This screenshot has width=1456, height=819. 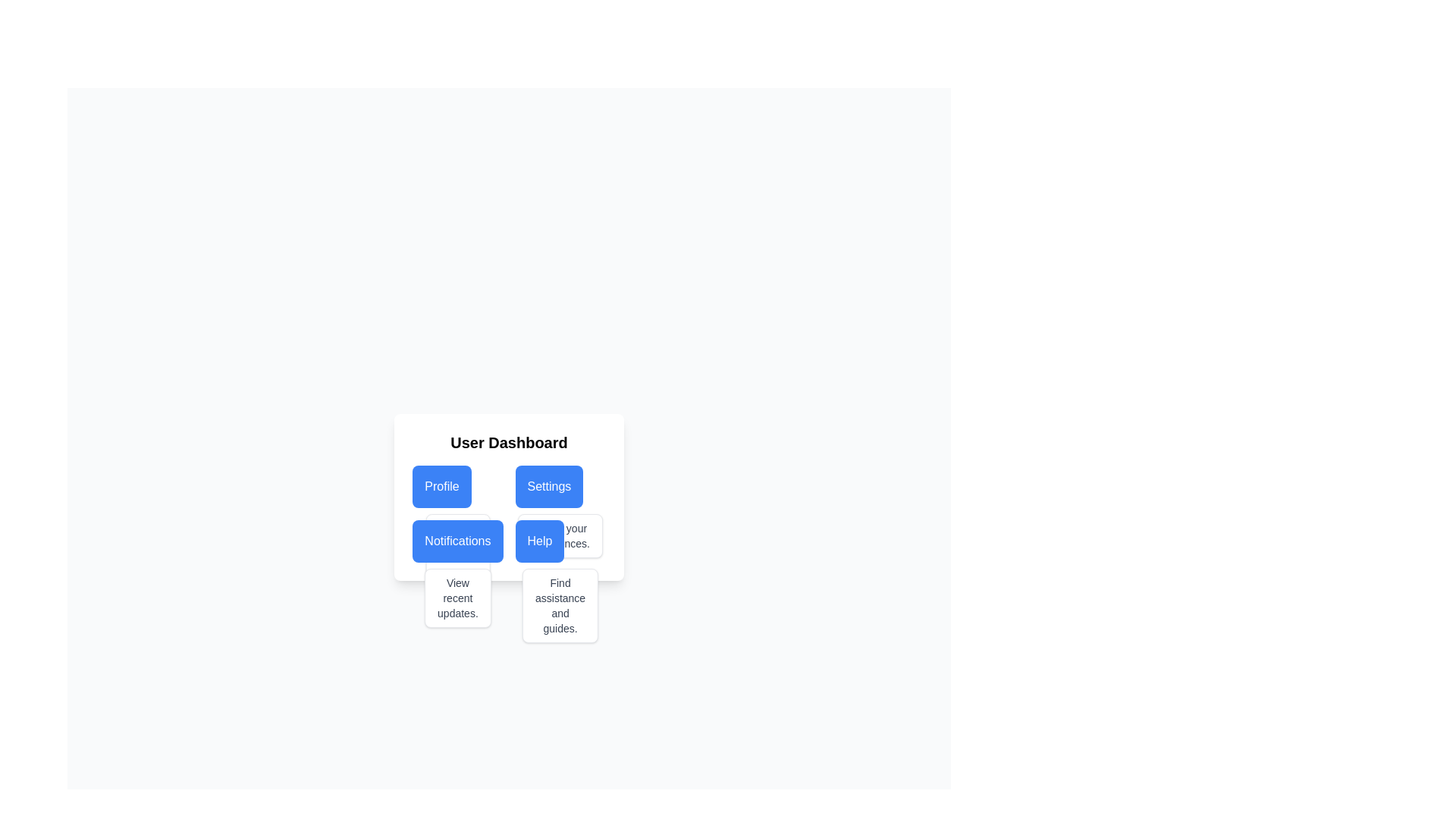 I want to click on the blue rectangular button in the grid layout located within the User Dashboard, so click(x=509, y=513).